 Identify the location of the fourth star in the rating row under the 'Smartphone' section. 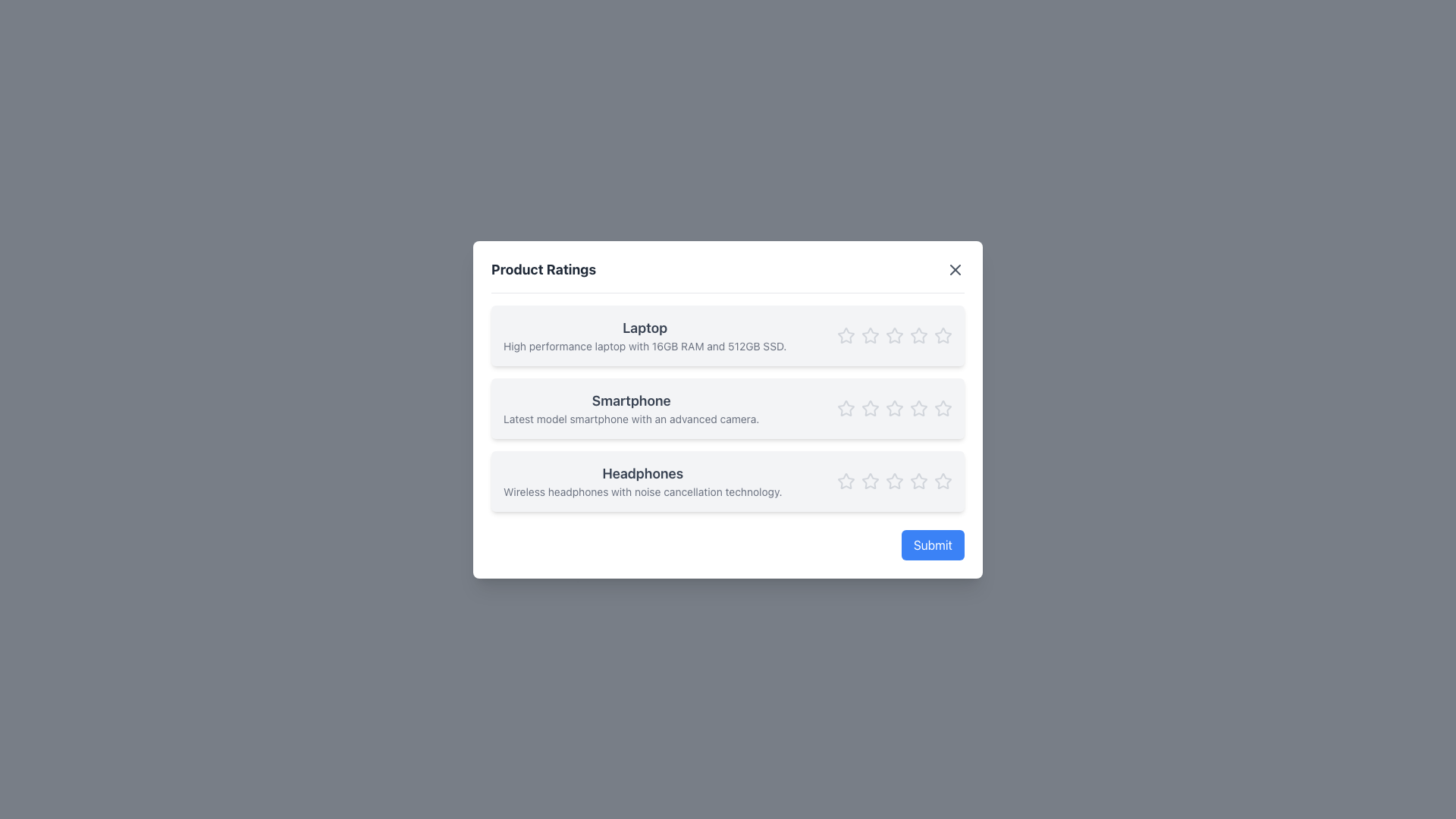
(895, 407).